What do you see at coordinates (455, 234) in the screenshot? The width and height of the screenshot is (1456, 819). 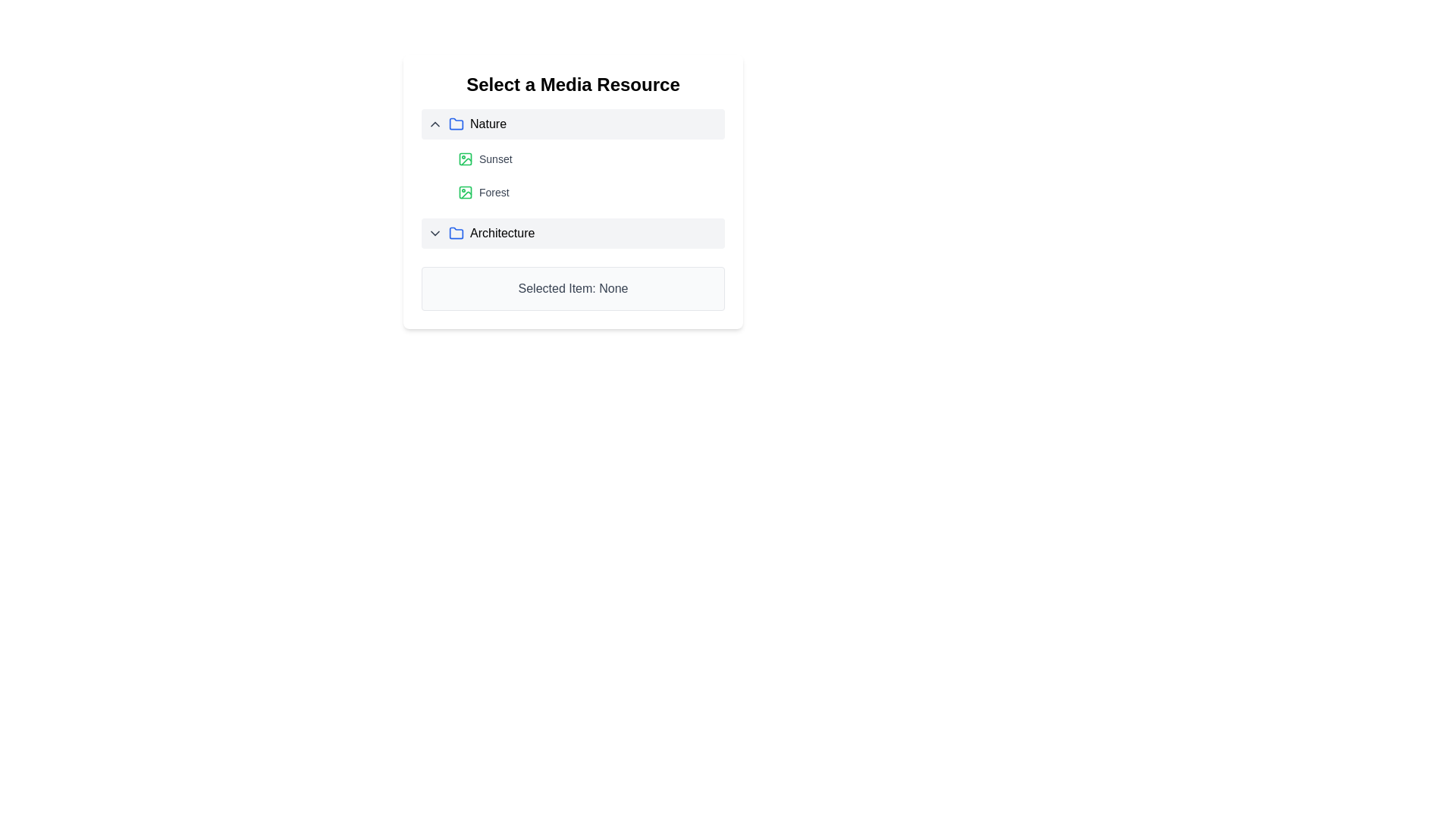 I see `the folder icon representing the 'Architecture' category in the media resource selection panel` at bounding box center [455, 234].